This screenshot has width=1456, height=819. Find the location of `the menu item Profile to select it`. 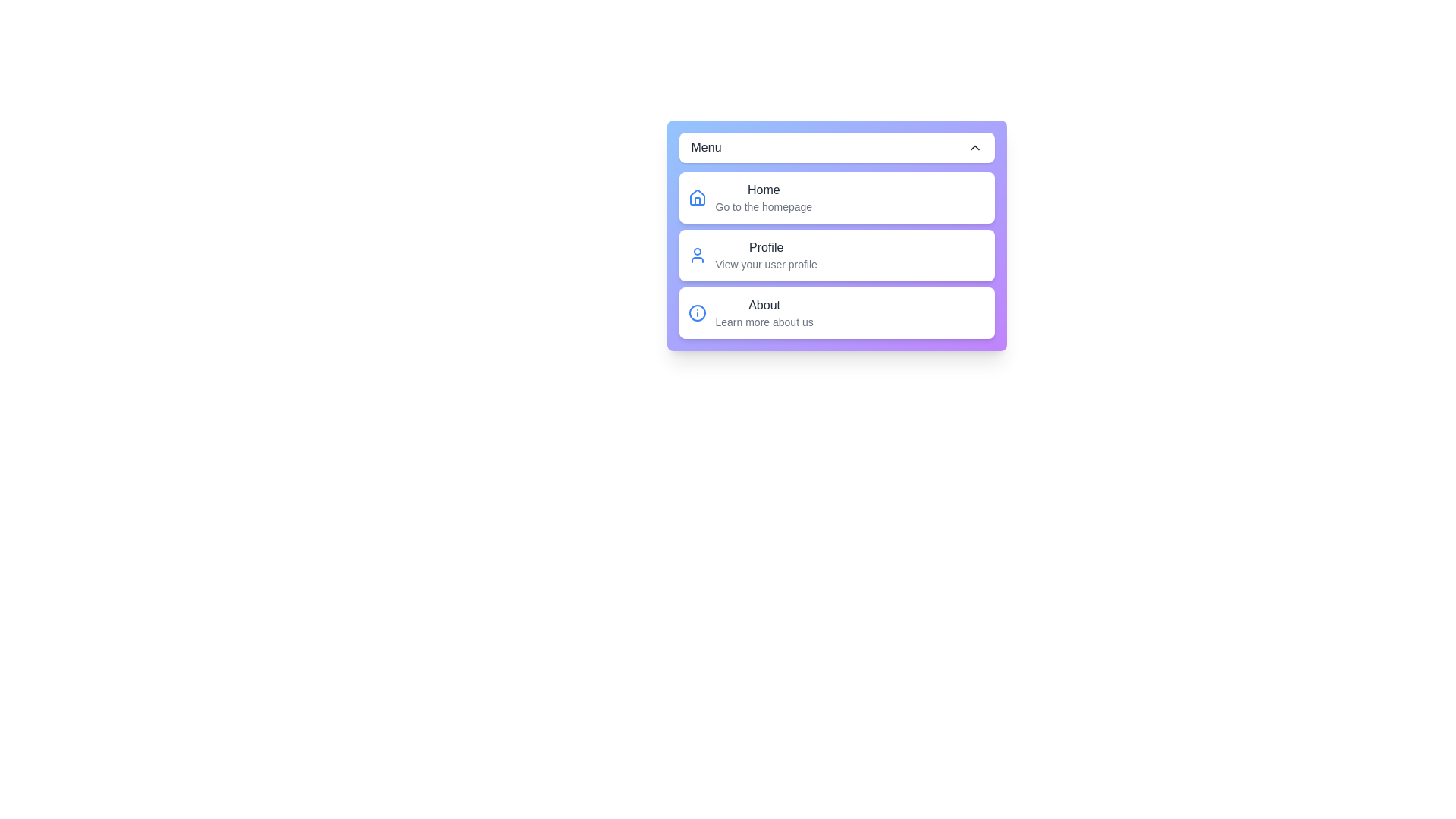

the menu item Profile to select it is located at coordinates (836, 254).